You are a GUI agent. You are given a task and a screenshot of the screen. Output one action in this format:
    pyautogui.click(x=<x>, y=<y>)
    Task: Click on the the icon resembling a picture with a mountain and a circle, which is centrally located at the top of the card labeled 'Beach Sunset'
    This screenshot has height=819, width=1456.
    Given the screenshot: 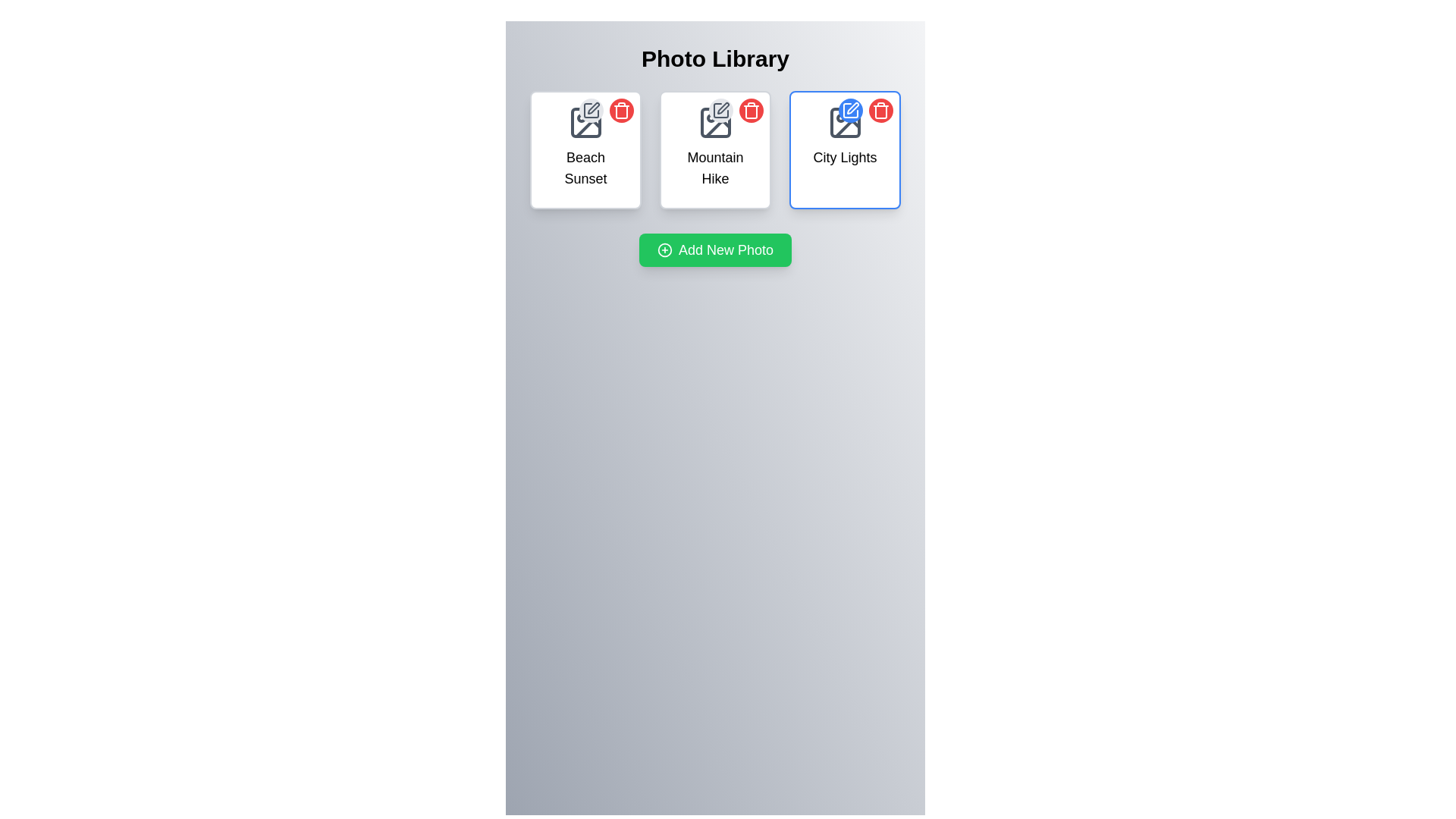 What is the action you would take?
    pyautogui.click(x=585, y=122)
    